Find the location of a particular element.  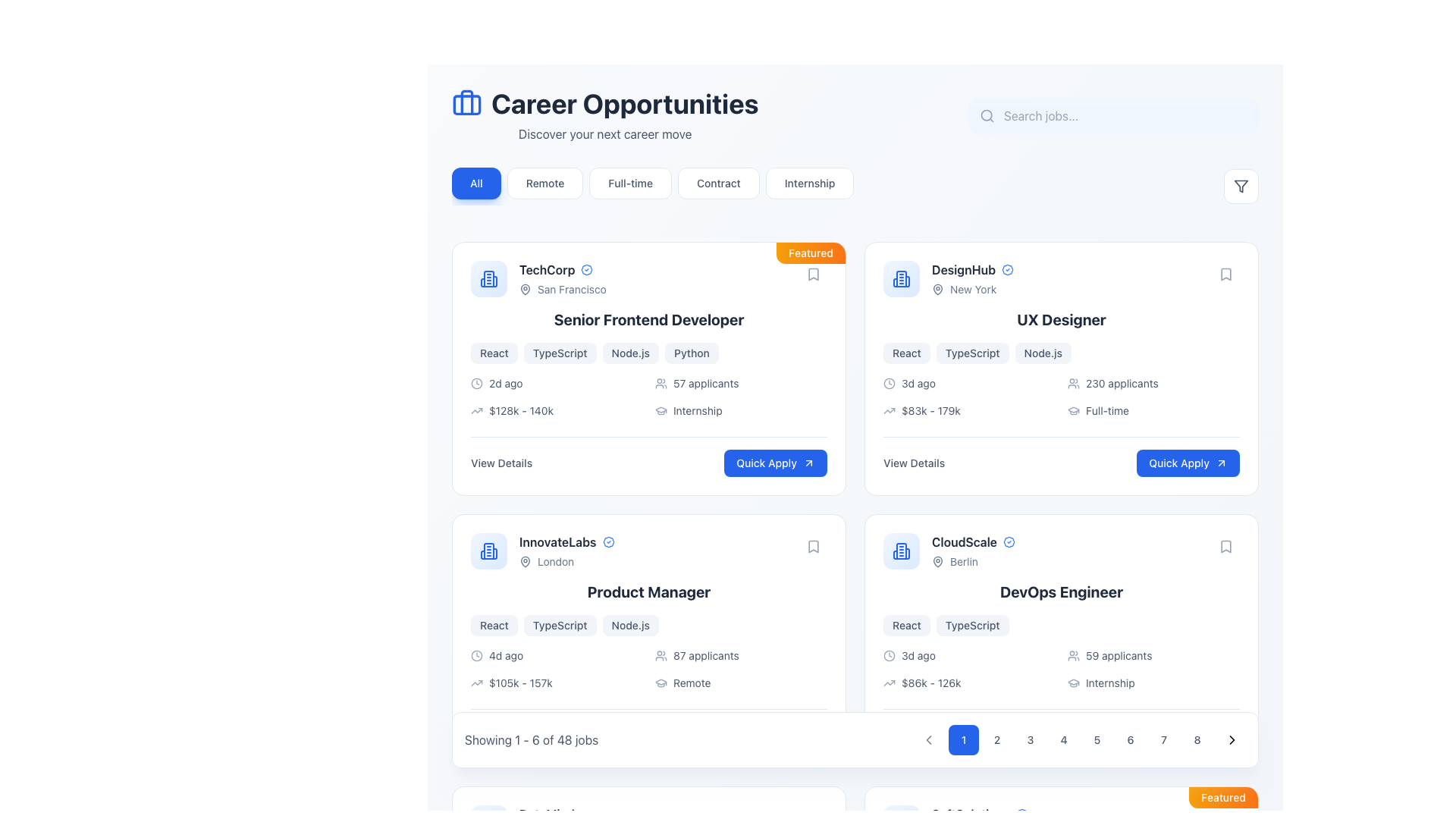

the bookmark icon with a rounded rectangle and gradient blue background located at the top-right corner of the 'InnovateLabs' job listing card is located at coordinates (813, 547).